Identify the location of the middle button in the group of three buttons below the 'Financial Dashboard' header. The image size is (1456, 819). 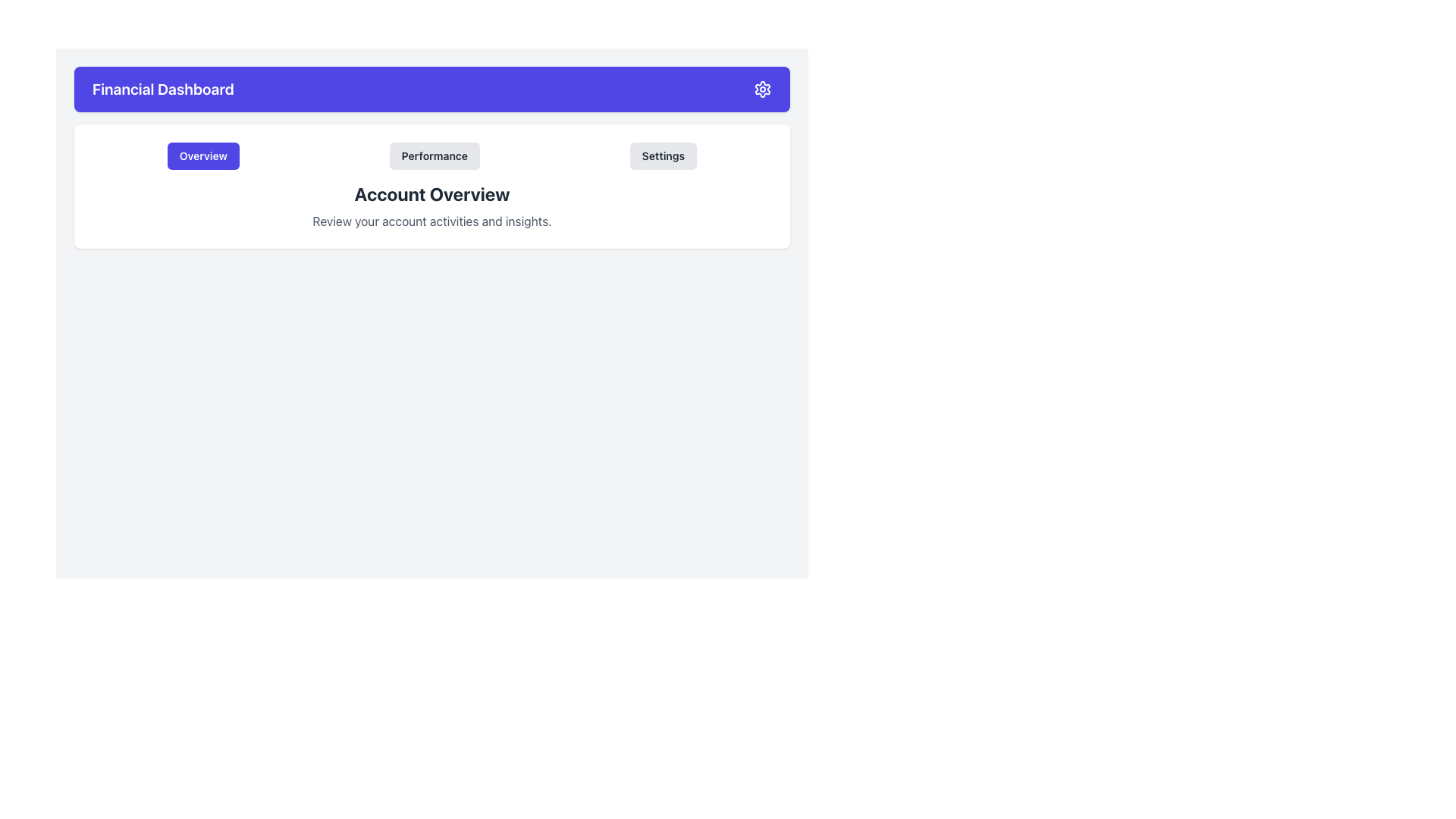
(434, 155).